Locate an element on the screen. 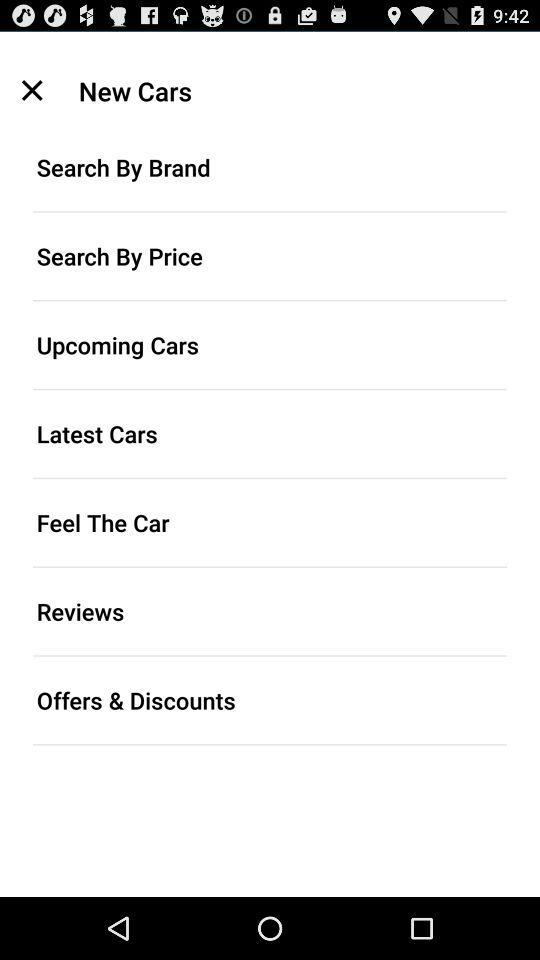 The width and height of the screenshot is (540, 960). icon next to new cars is located at coordinates (31, 90).